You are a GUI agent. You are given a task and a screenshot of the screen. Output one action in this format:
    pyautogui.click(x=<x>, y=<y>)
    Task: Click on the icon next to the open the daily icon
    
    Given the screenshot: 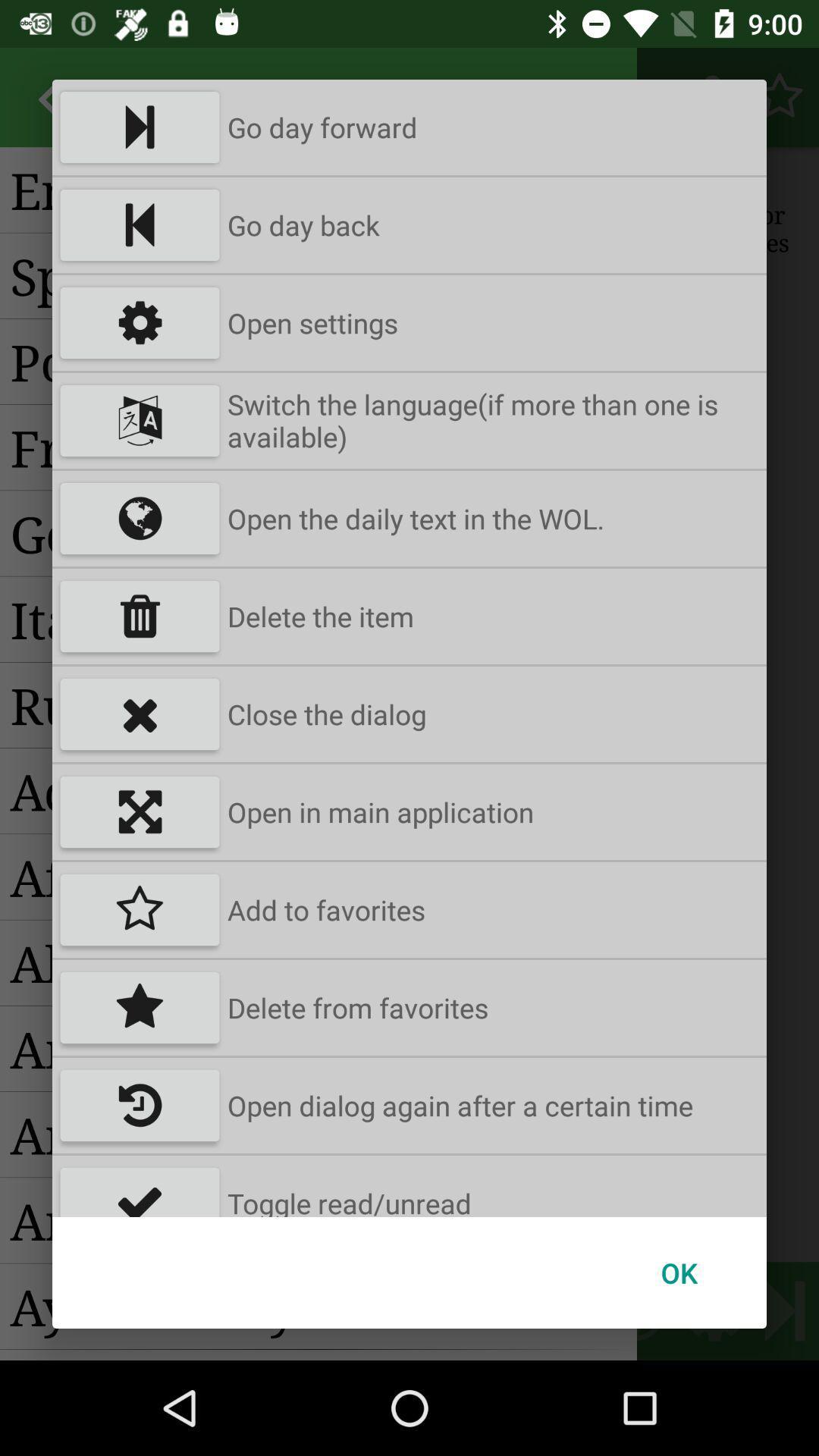 What is the action you would take?
    pyautogui.click(x=140, y=519)
    